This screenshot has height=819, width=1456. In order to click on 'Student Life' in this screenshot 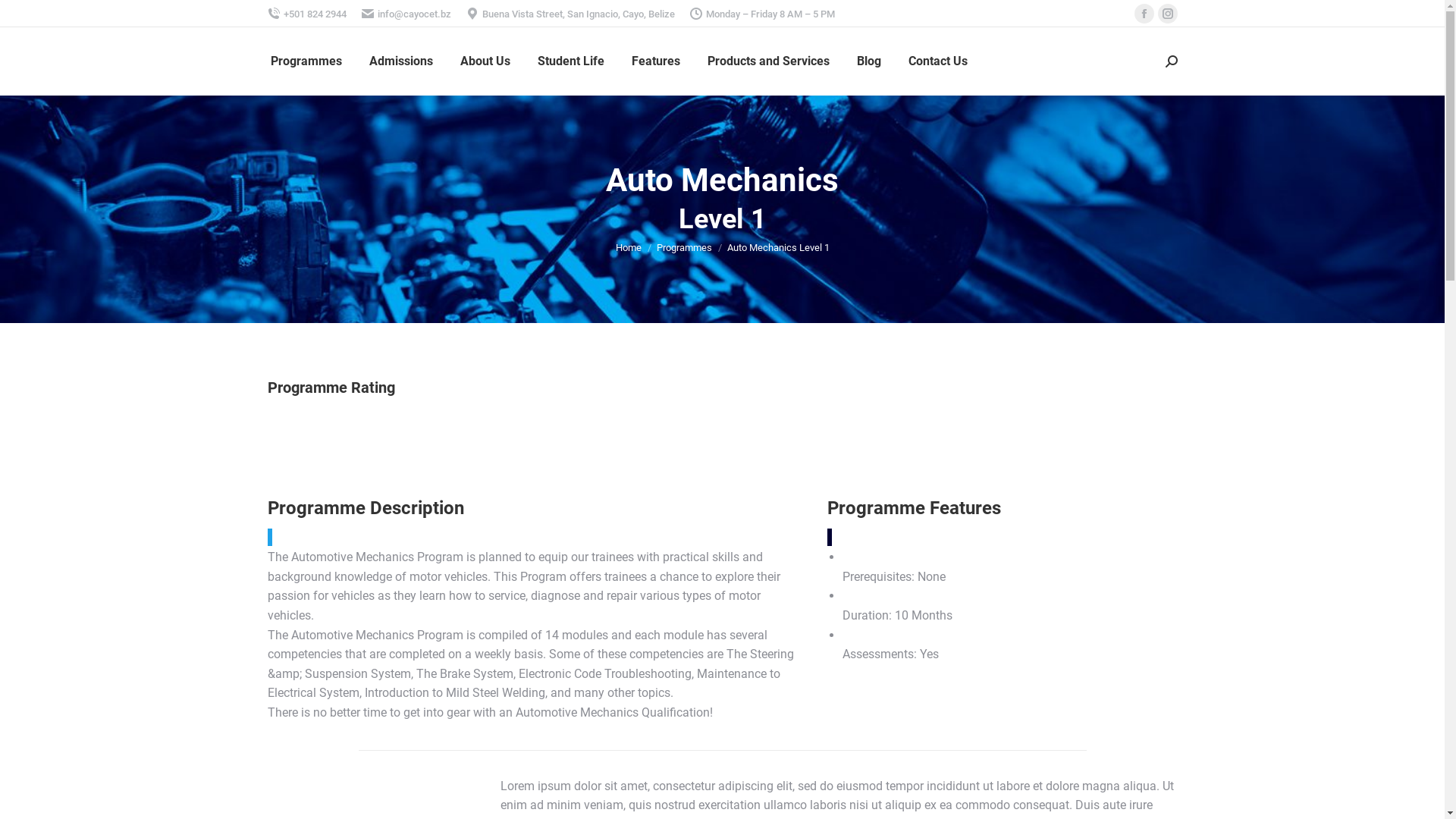, I will do `click(570, 61)`.